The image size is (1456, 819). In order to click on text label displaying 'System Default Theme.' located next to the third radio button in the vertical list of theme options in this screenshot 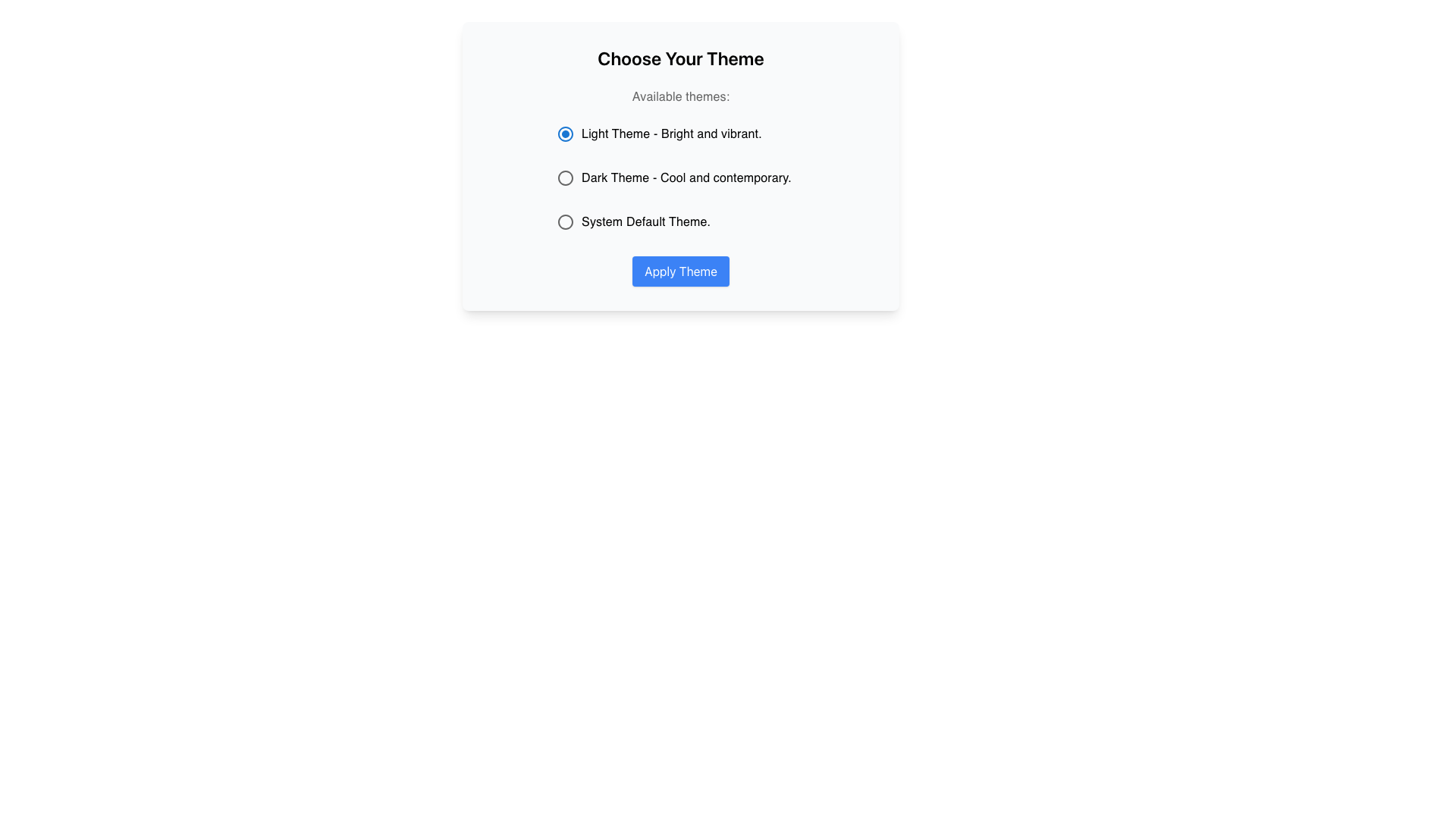, I will do `click(646, 222)`.